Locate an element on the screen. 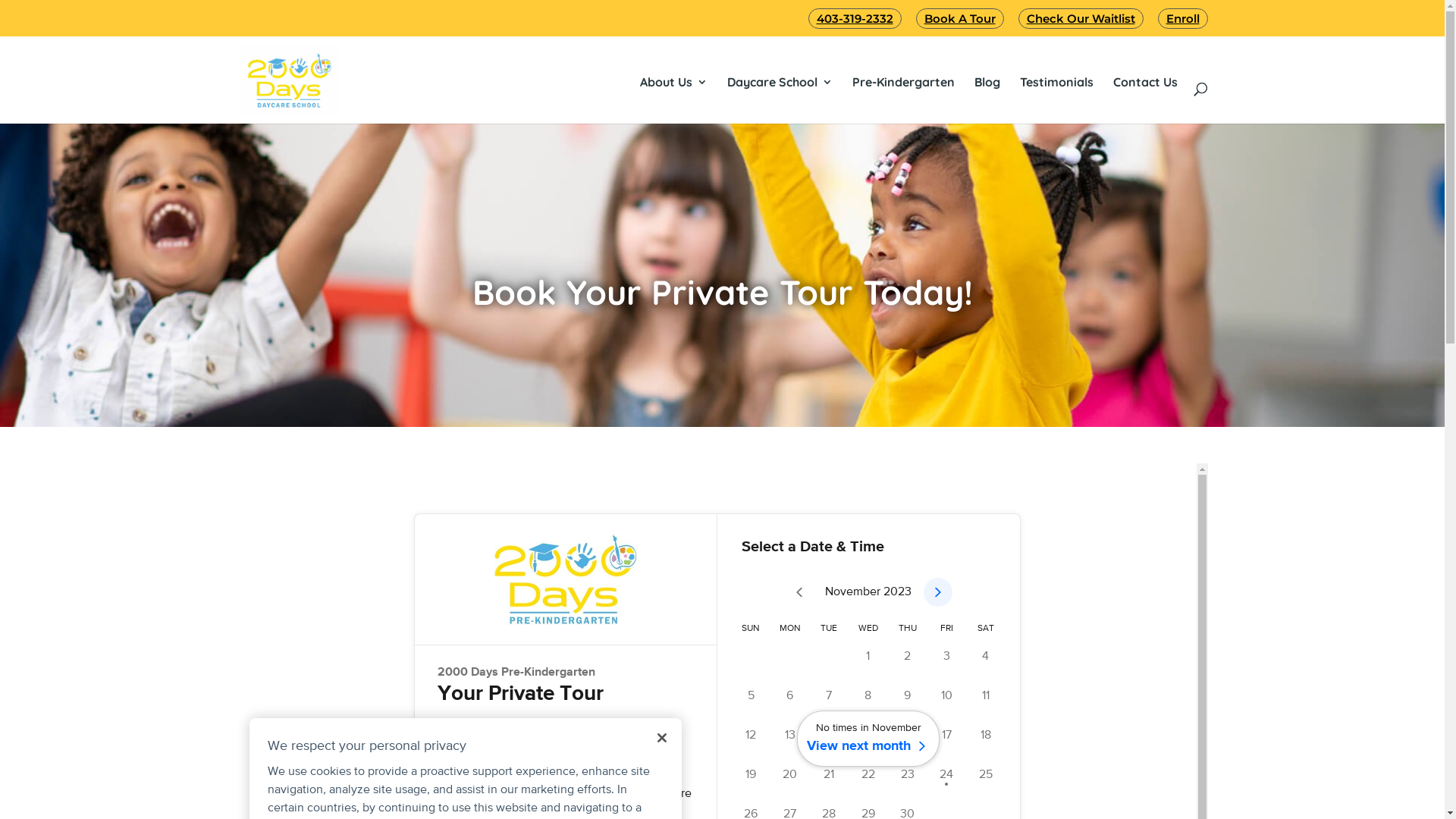  'Daycare School' is located at coordinates (726, 82).